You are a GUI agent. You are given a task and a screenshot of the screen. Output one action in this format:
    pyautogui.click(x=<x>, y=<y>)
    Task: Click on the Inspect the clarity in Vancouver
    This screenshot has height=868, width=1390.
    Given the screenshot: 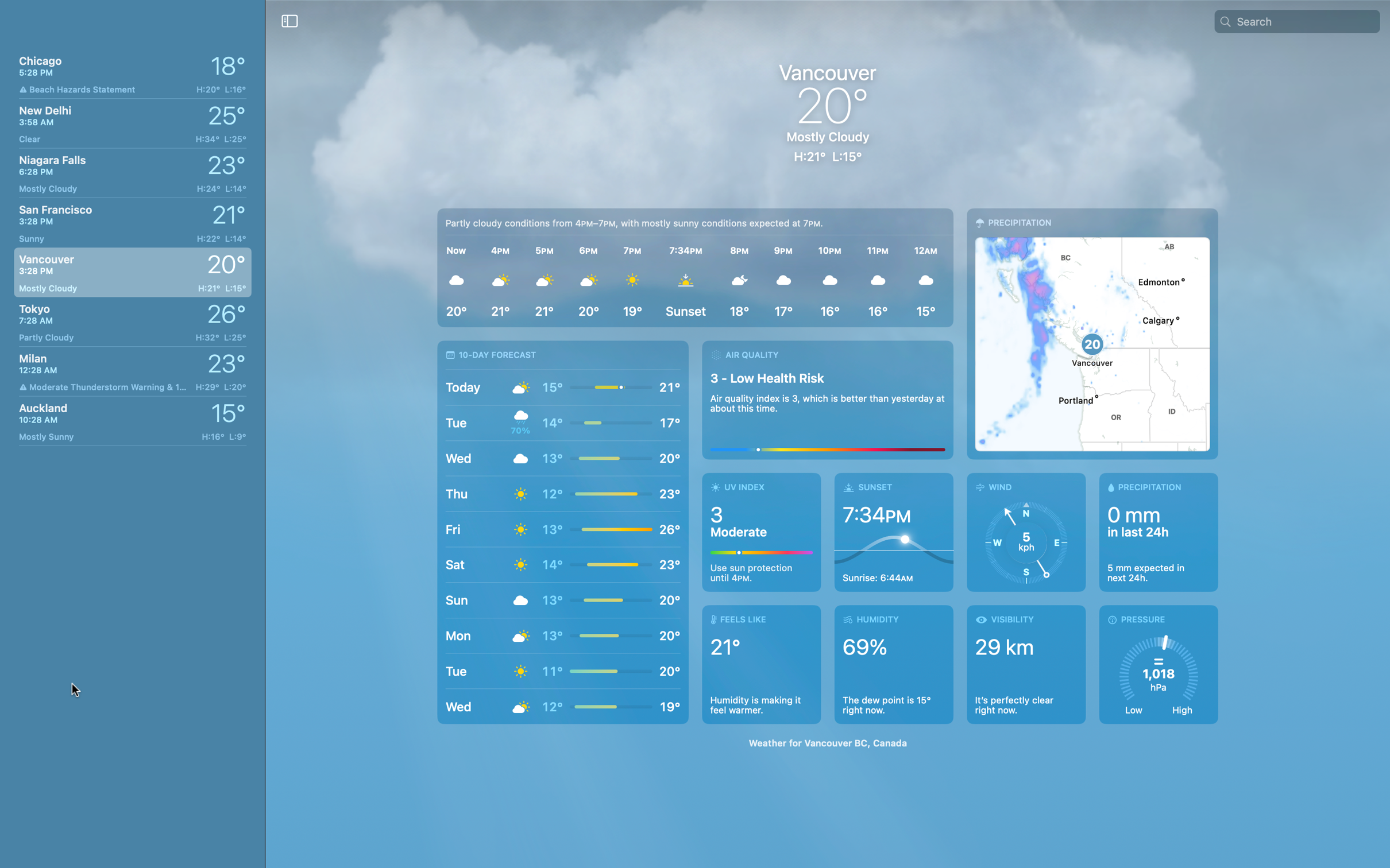 What is the action you would take?
    pyautogui.click(x=1025, y=663)
    